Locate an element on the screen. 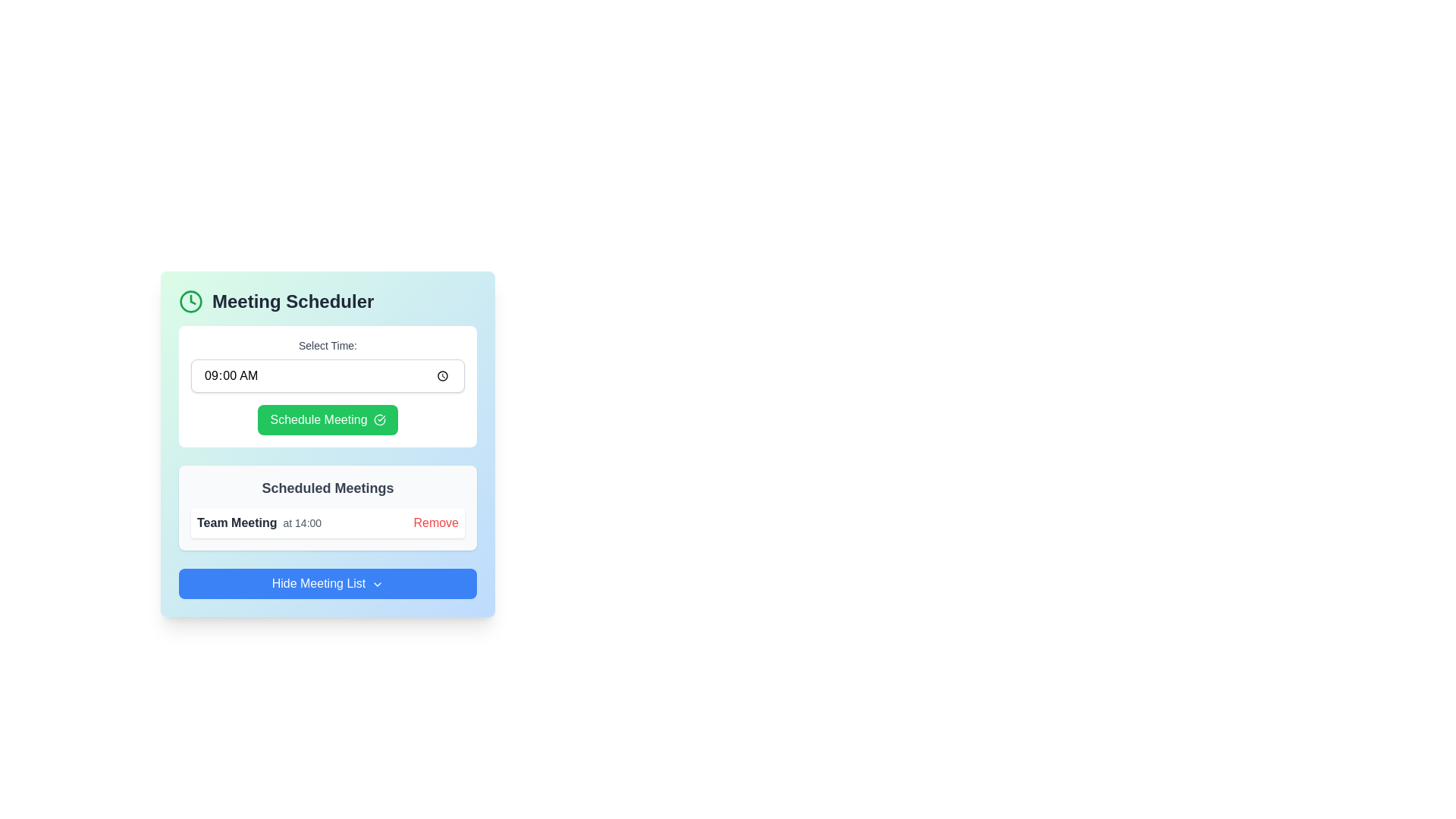  the 'Schedule Meeting' button, which is a vibrant green rectangular button with rounded corners and white text, located beneath the 'Select Time' section is located at coordinates (327, 420).